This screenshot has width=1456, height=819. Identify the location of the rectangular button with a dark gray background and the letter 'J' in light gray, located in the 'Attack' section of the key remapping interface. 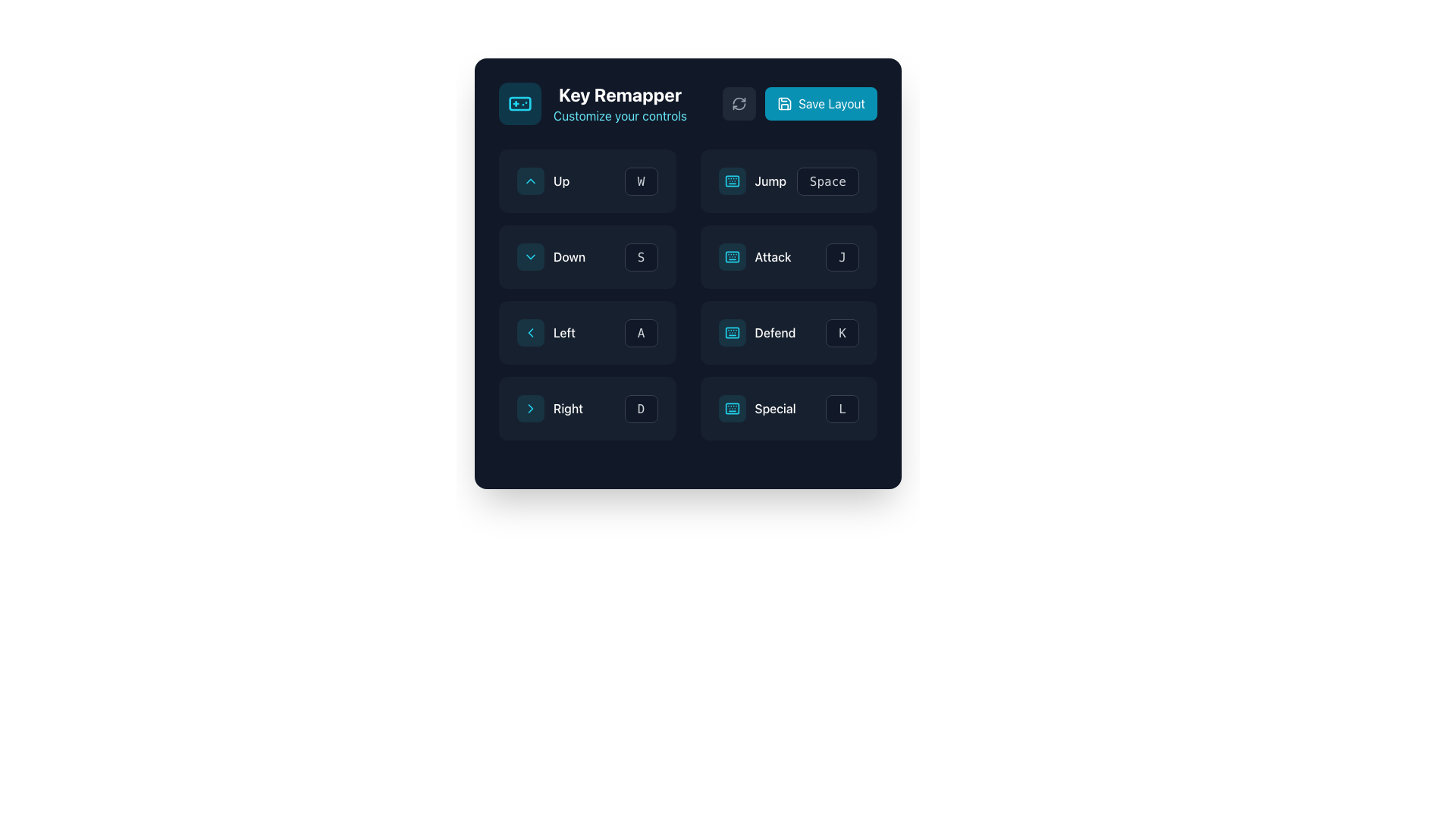
(842, 256).